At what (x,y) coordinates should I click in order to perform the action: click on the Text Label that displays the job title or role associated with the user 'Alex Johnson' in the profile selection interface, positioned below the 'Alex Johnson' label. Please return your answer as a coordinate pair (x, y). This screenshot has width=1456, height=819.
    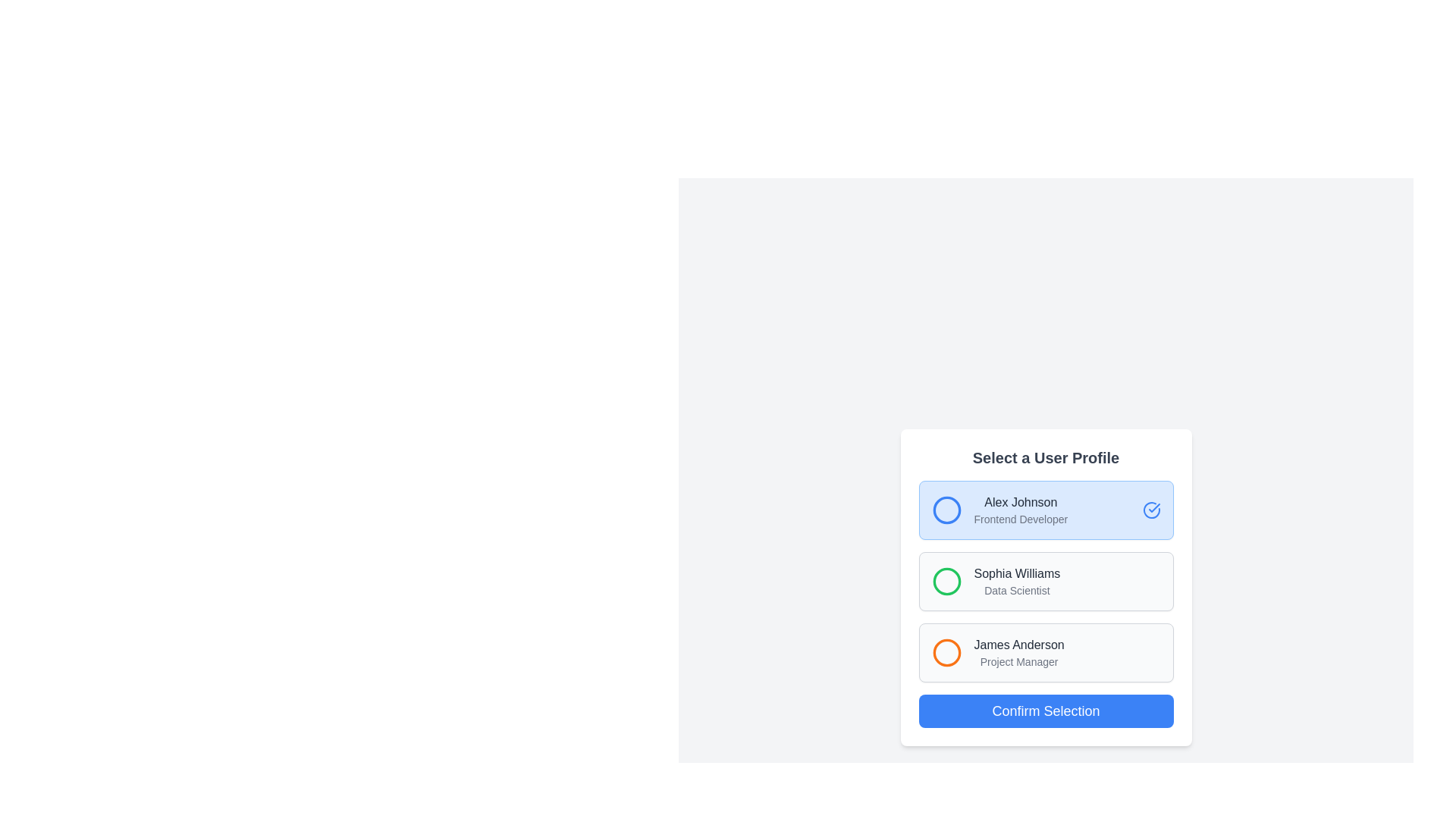
    Looking at the image, I should click on (1021, 519).